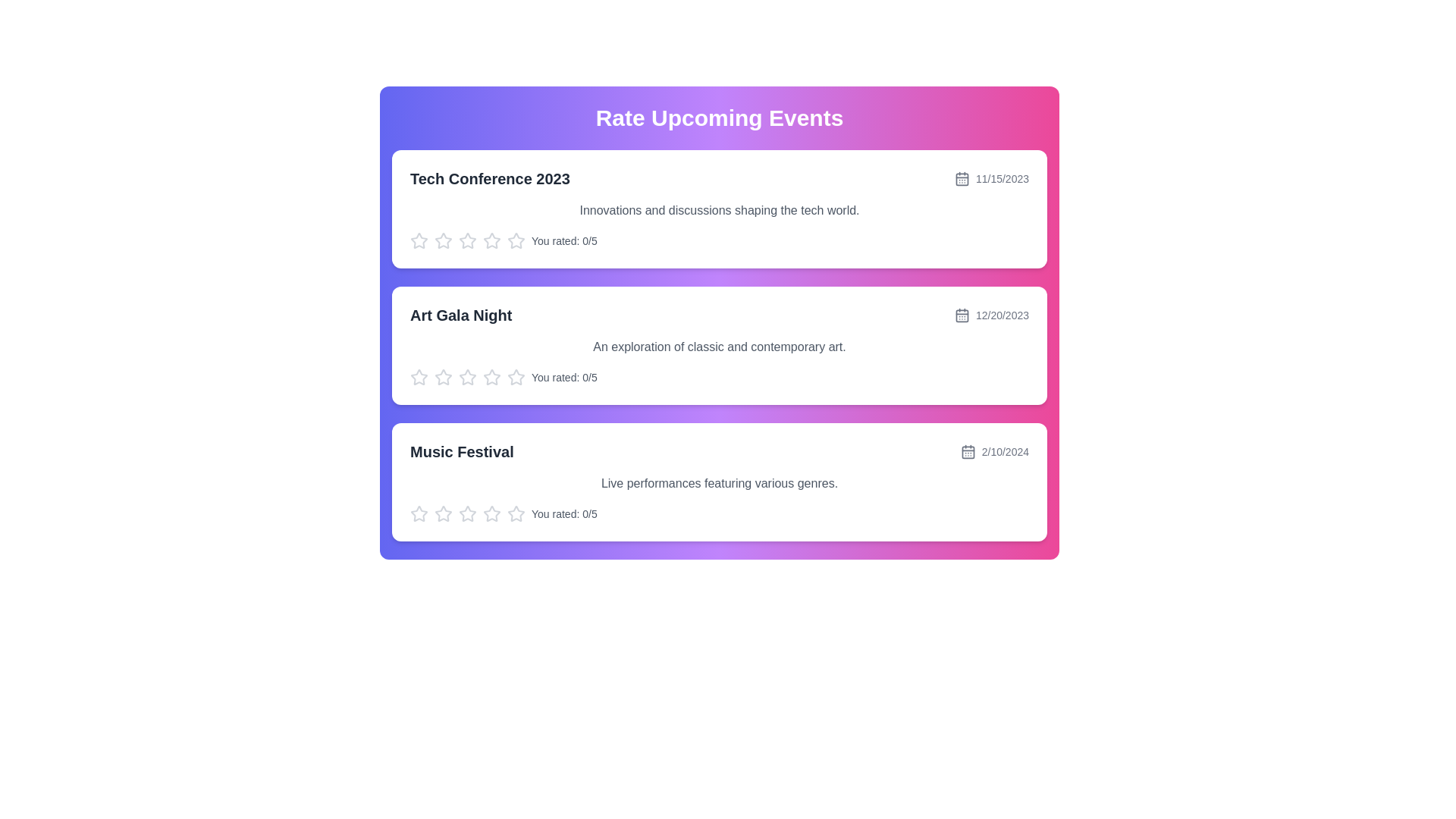  I want to click on on the first star icon in the rating system located below the 'Music Festival' section, so click(419, 513).